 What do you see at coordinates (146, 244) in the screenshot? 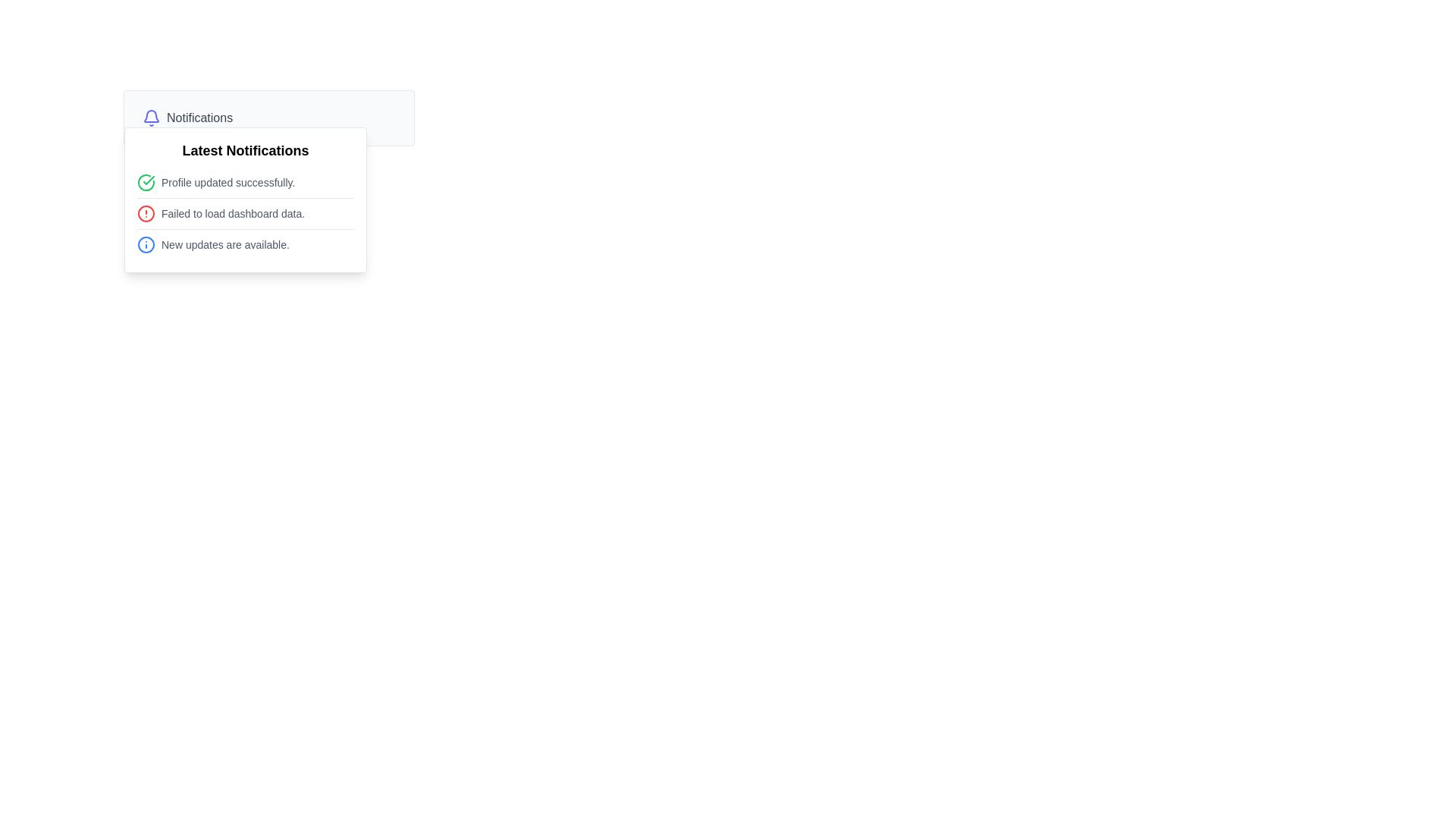
I see `the outer circle of the informational icon located in the top-left corner of the dropdown-like notification menu` at bounding box center [146, 244].